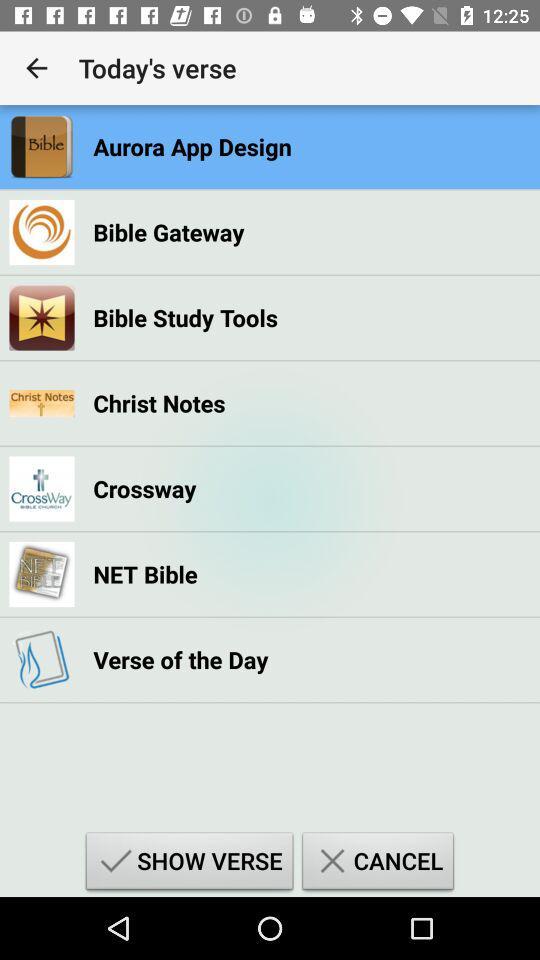  What do you see at coordinates (180, 658) in the screenshot?
I see `verse of the item` at bounding box center [180, 658].